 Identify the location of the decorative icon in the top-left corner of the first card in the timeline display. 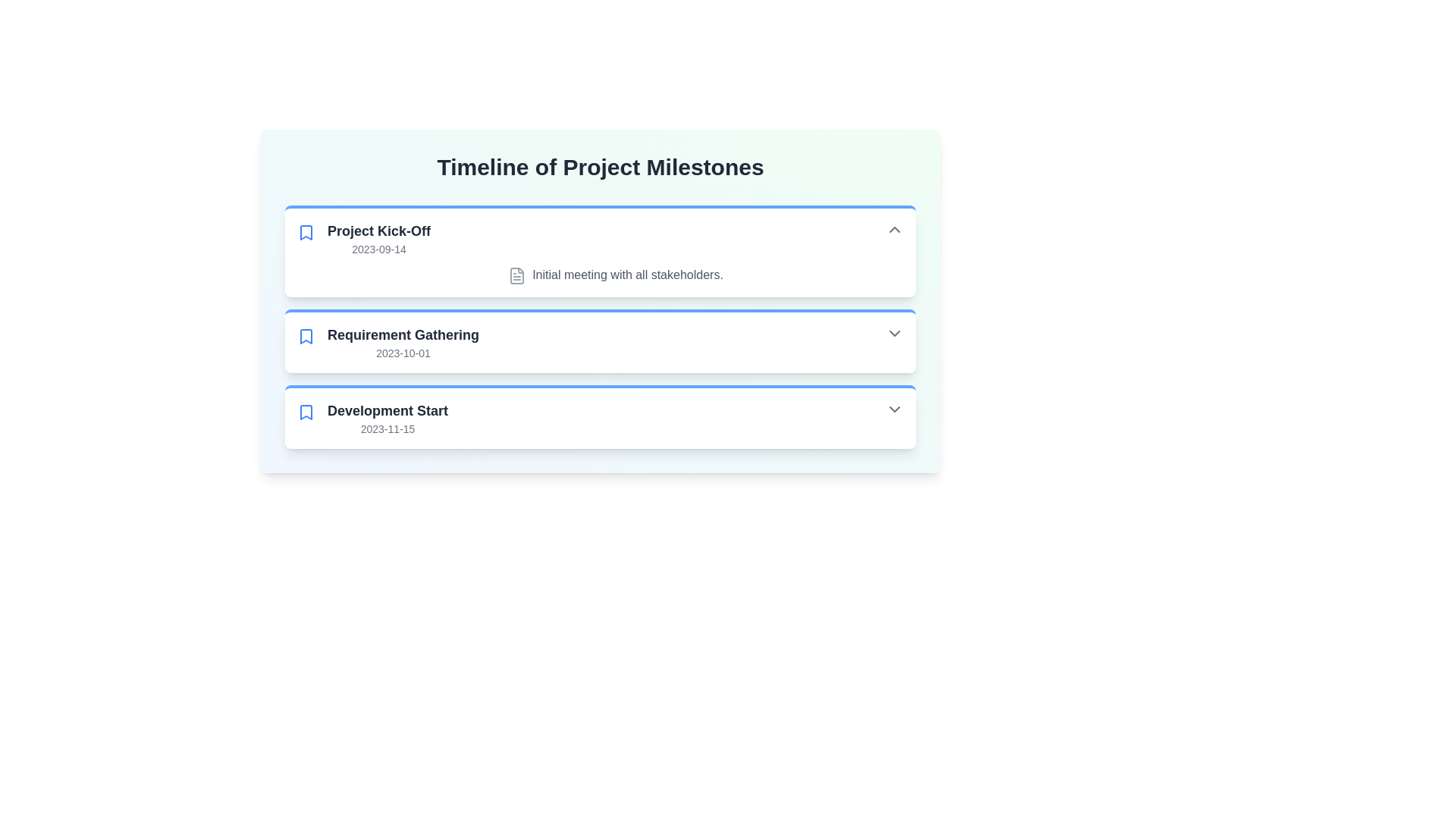
(305, 233).